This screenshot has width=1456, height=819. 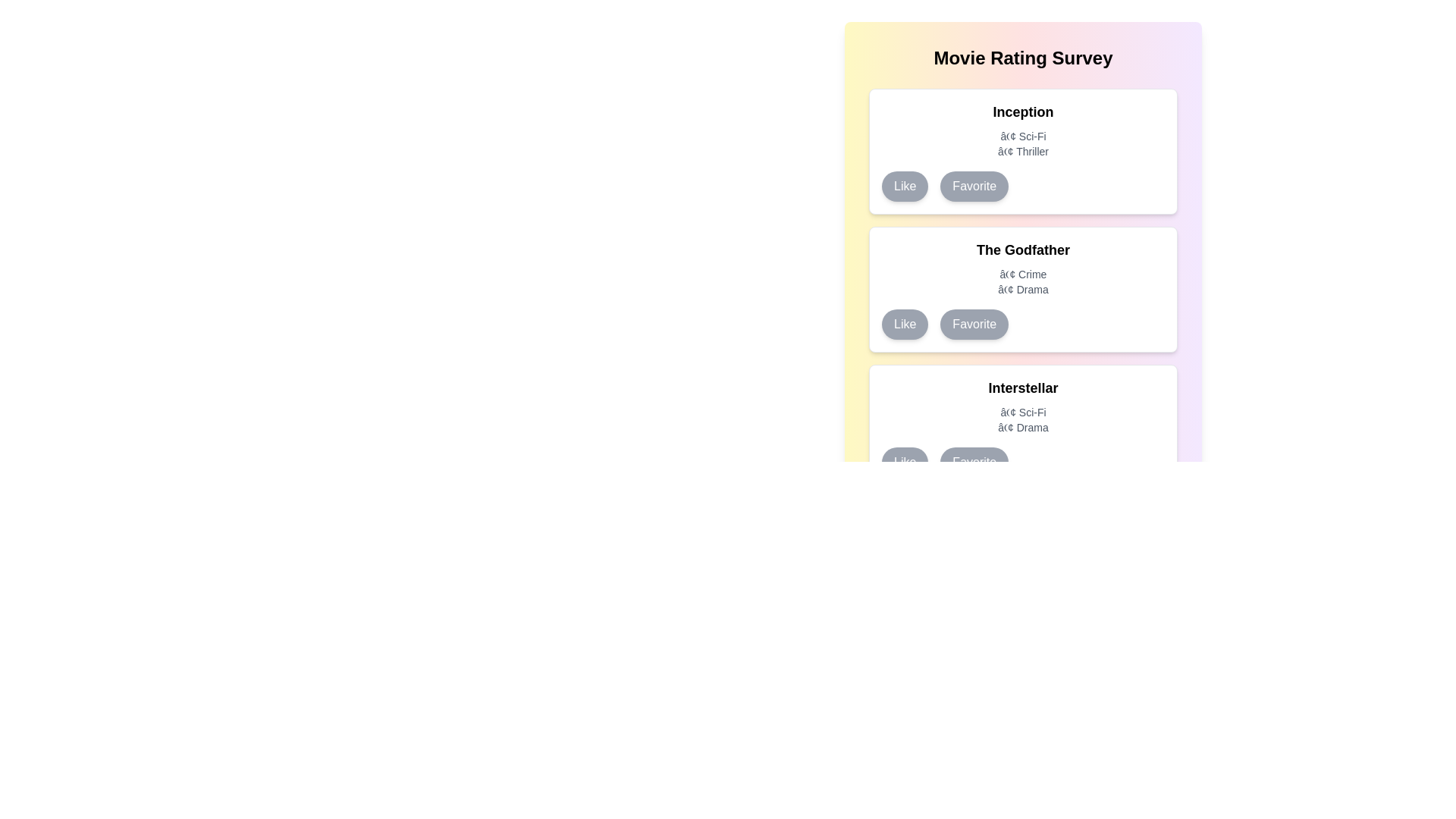 I want to click on the leftmost button below the movie 'Interstellar' to register a 'Like' for the movie, so click(x=905, y=461).